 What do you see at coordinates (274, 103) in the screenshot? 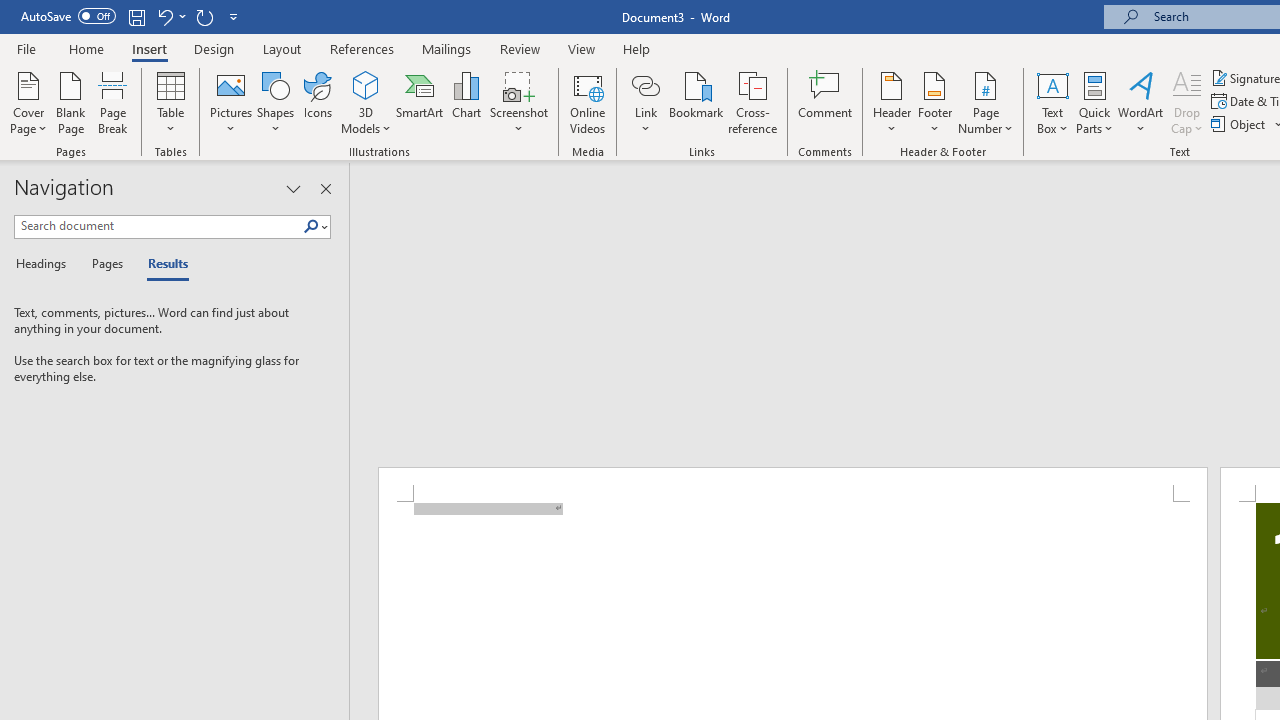
I see `'Shapes'` at bounding box center [274, 103].